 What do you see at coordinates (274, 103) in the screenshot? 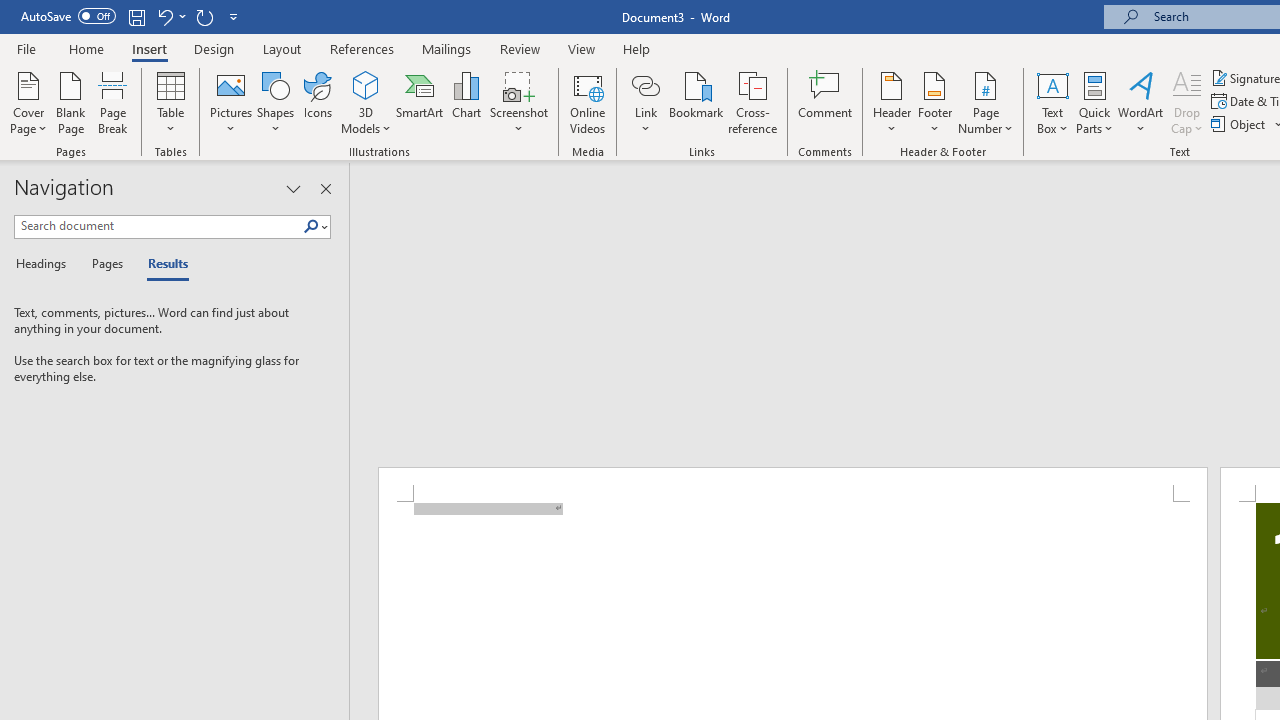
I see `'Shapes'` at bounding box center [274, 103].